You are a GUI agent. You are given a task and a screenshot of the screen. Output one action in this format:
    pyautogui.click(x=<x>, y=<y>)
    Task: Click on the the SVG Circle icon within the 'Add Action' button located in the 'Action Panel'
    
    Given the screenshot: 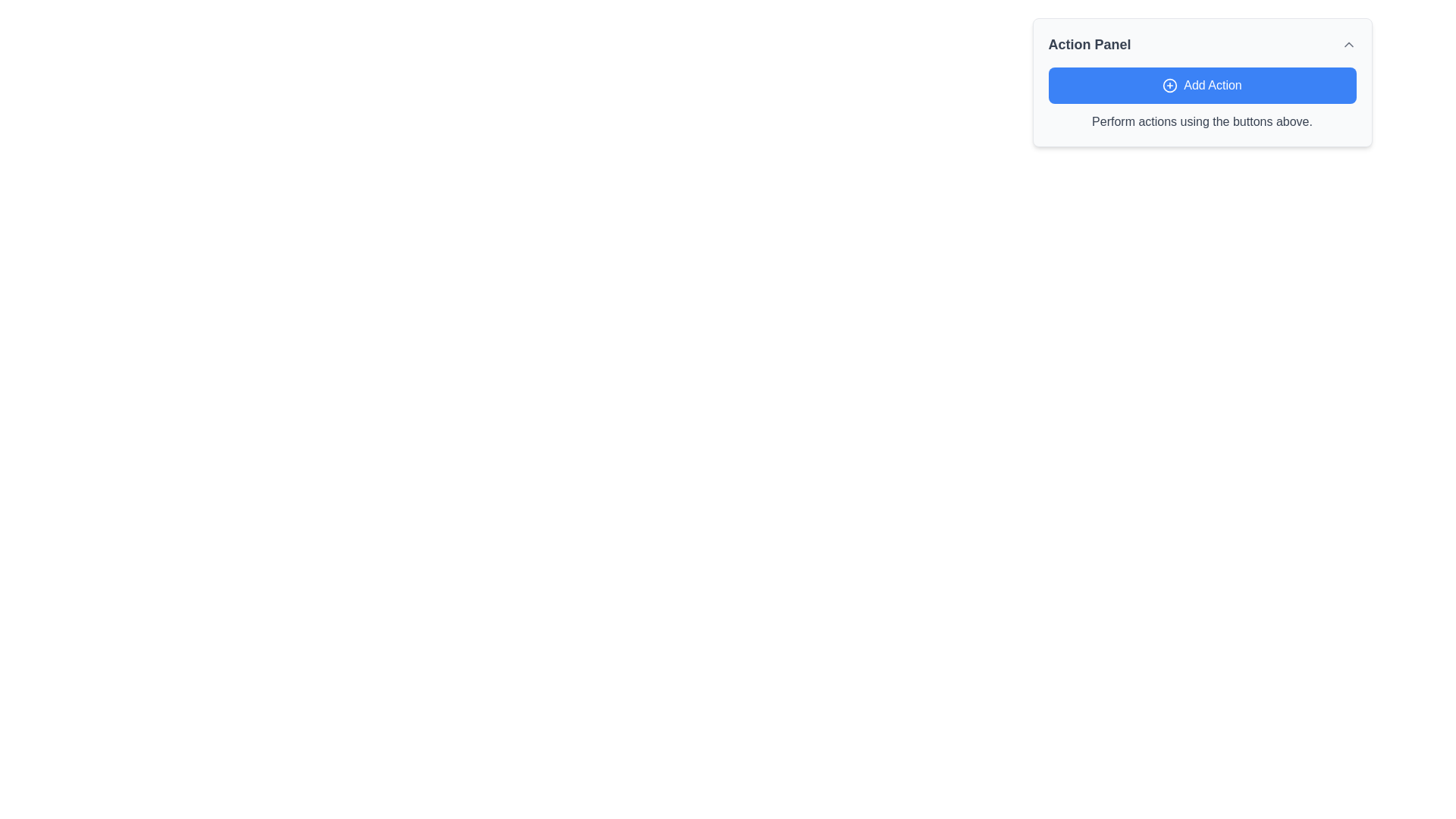 What is the action you would take?
    pyautogui.click(x=1169, y=85)
    